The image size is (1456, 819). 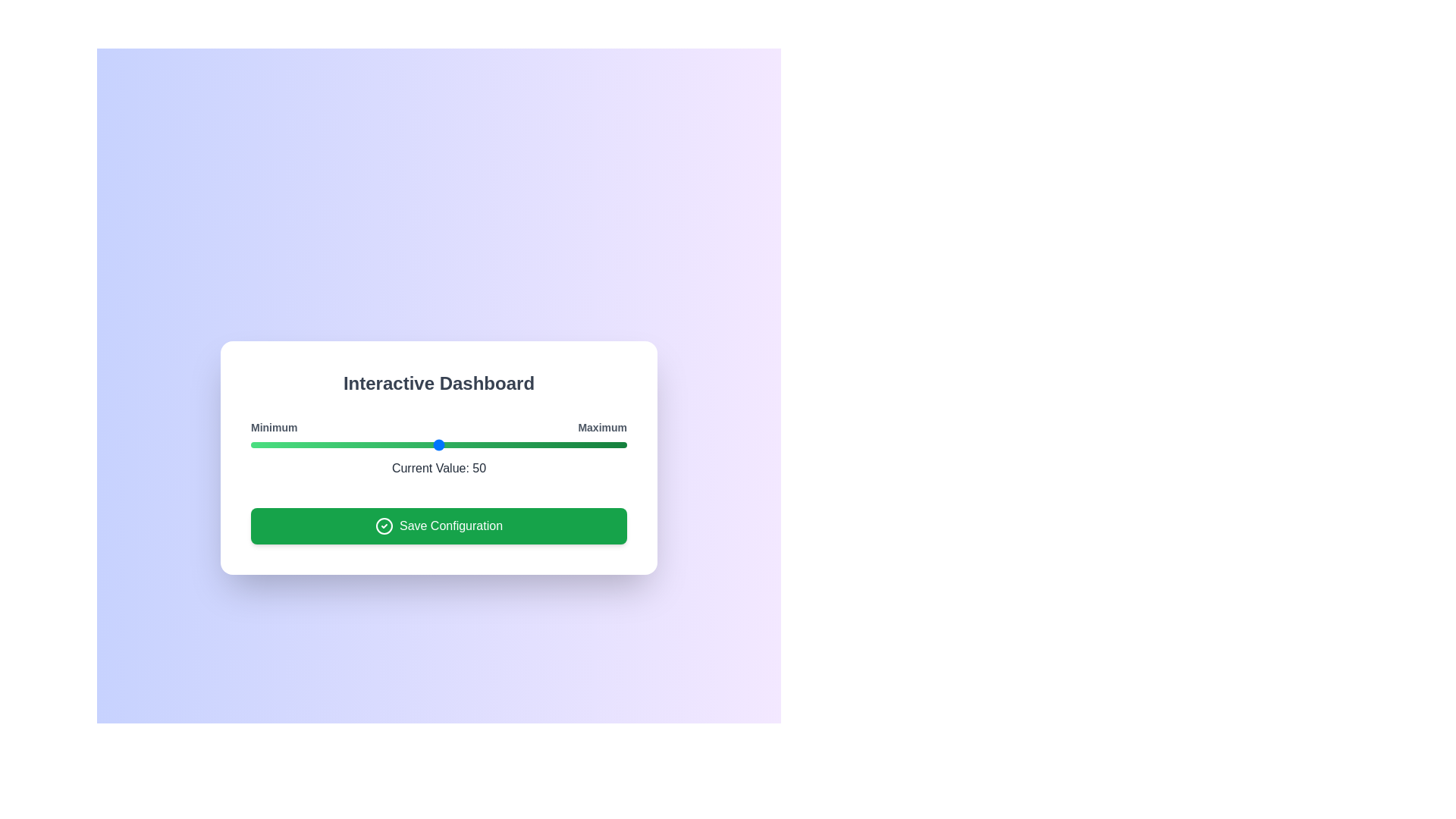 I want to click on the slider to set the value to 19, so click(x=322, y=444).